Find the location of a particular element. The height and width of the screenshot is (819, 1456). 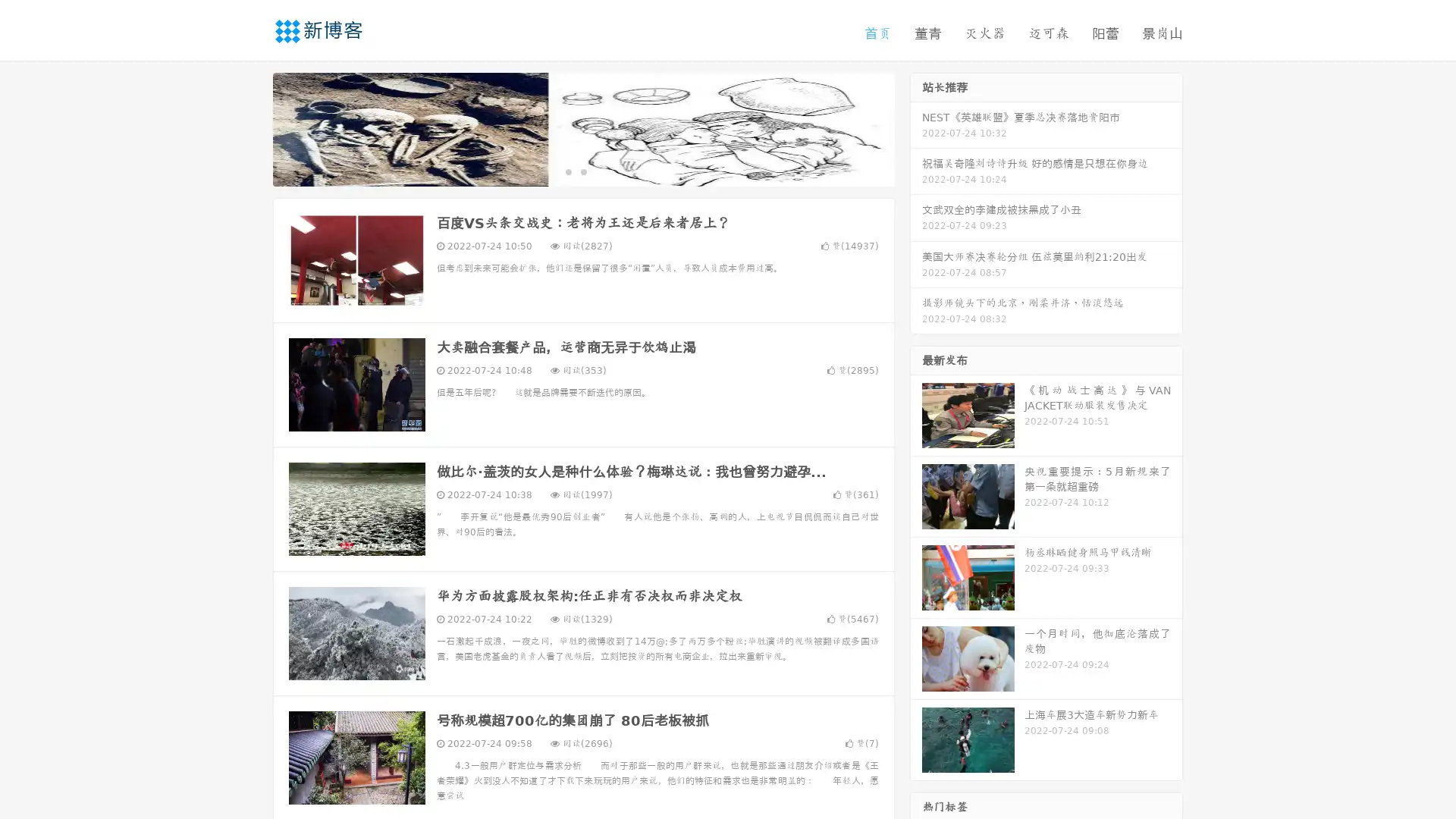

Go to slide 2 is located at coordinates (582, 171).